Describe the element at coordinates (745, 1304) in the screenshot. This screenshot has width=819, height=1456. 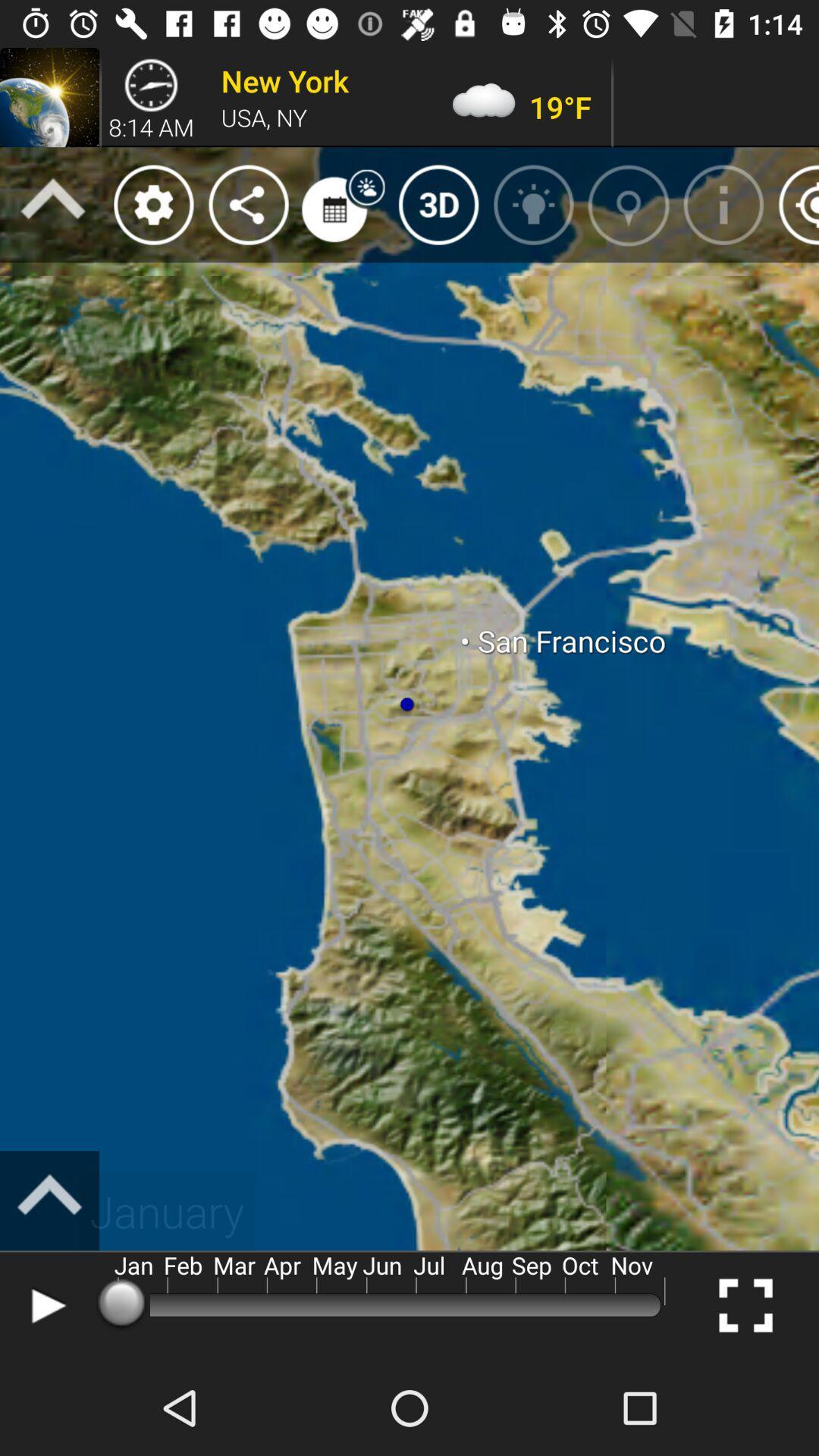
I see `the fullscreen icon` at that location.